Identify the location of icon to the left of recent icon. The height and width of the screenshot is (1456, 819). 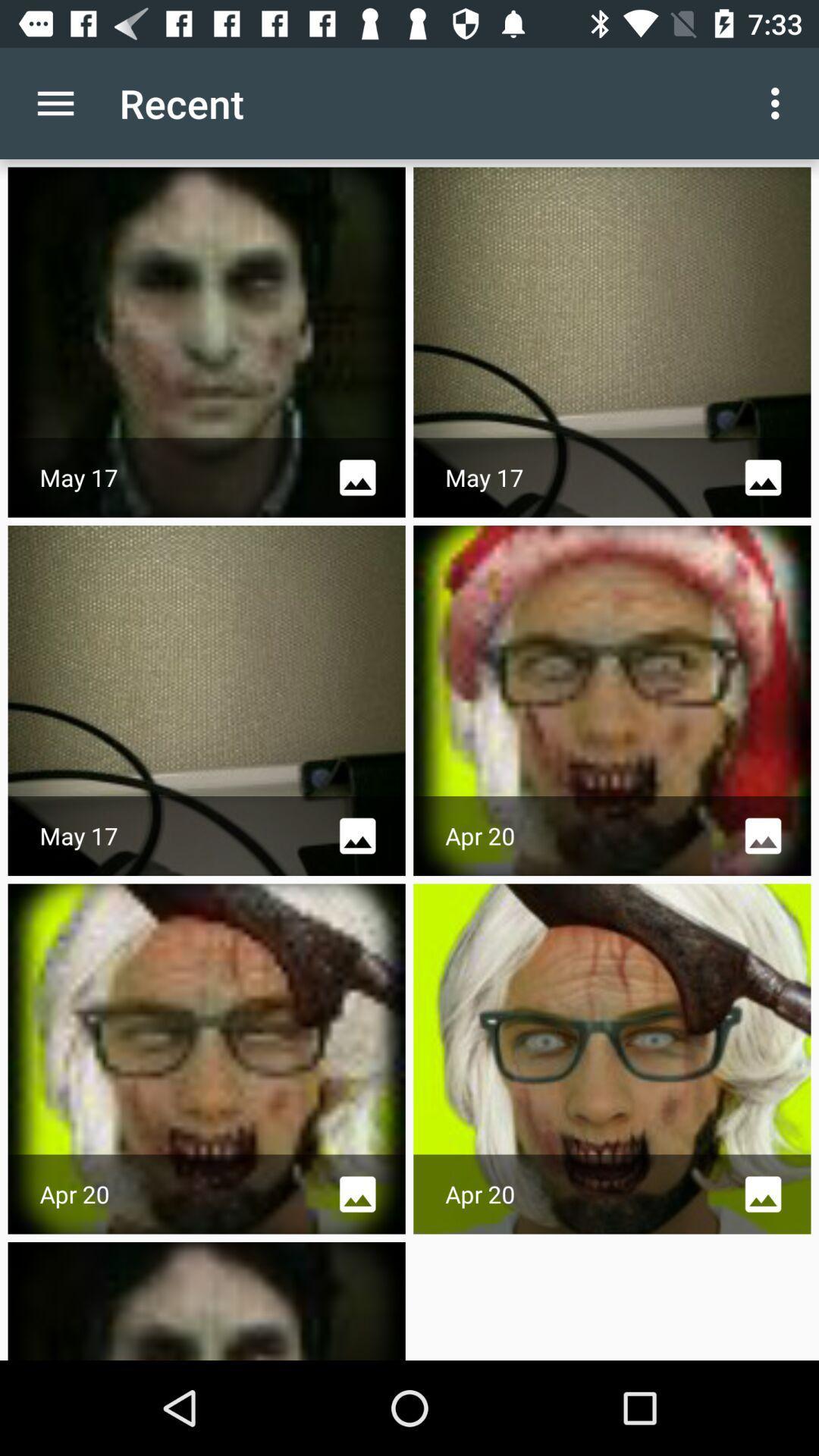
(55, 102).